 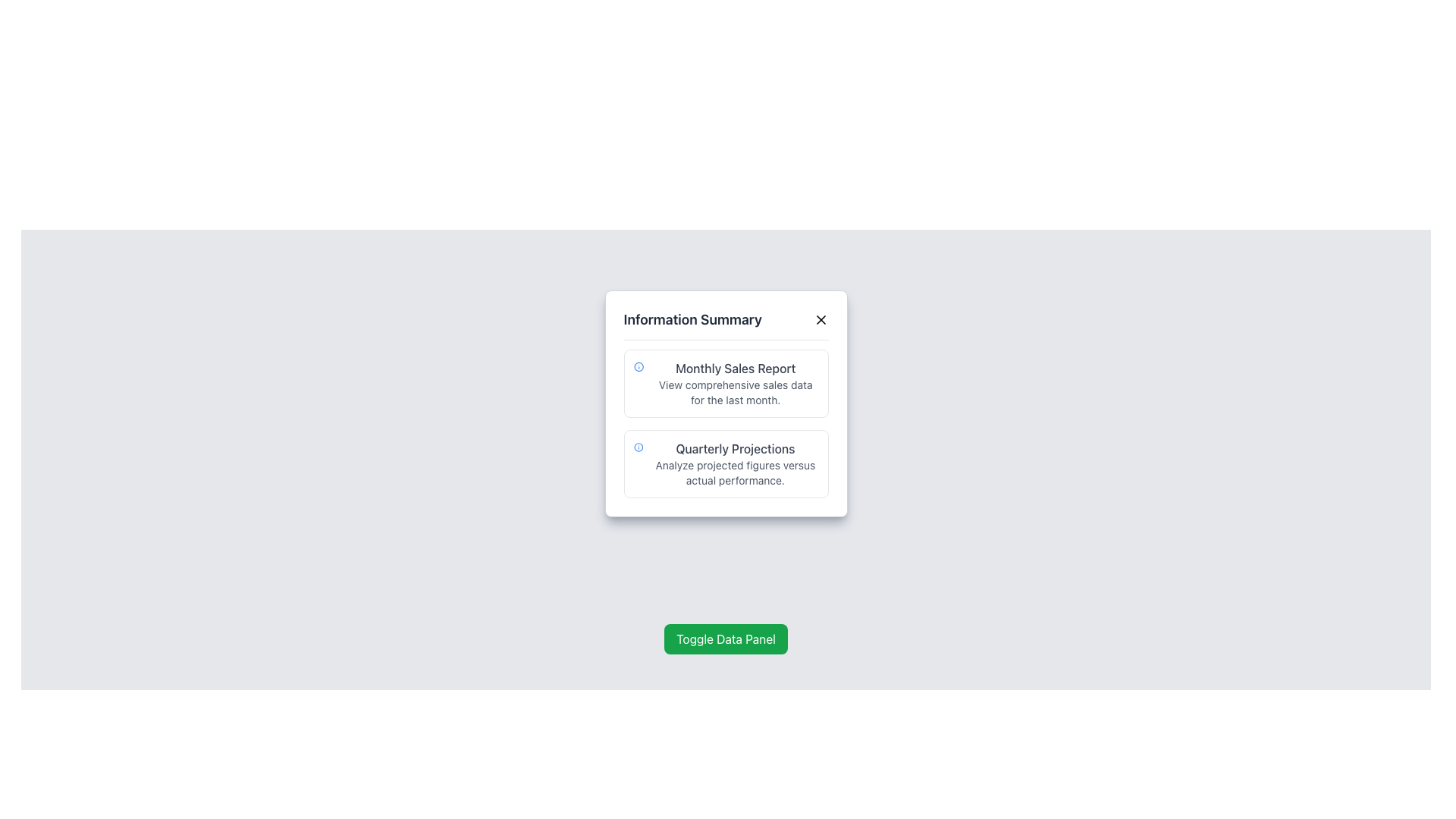 I want to click on static text label that serves as the title for the modal box, located near the top-left corner of the modal box, so click(x=692, y=318).